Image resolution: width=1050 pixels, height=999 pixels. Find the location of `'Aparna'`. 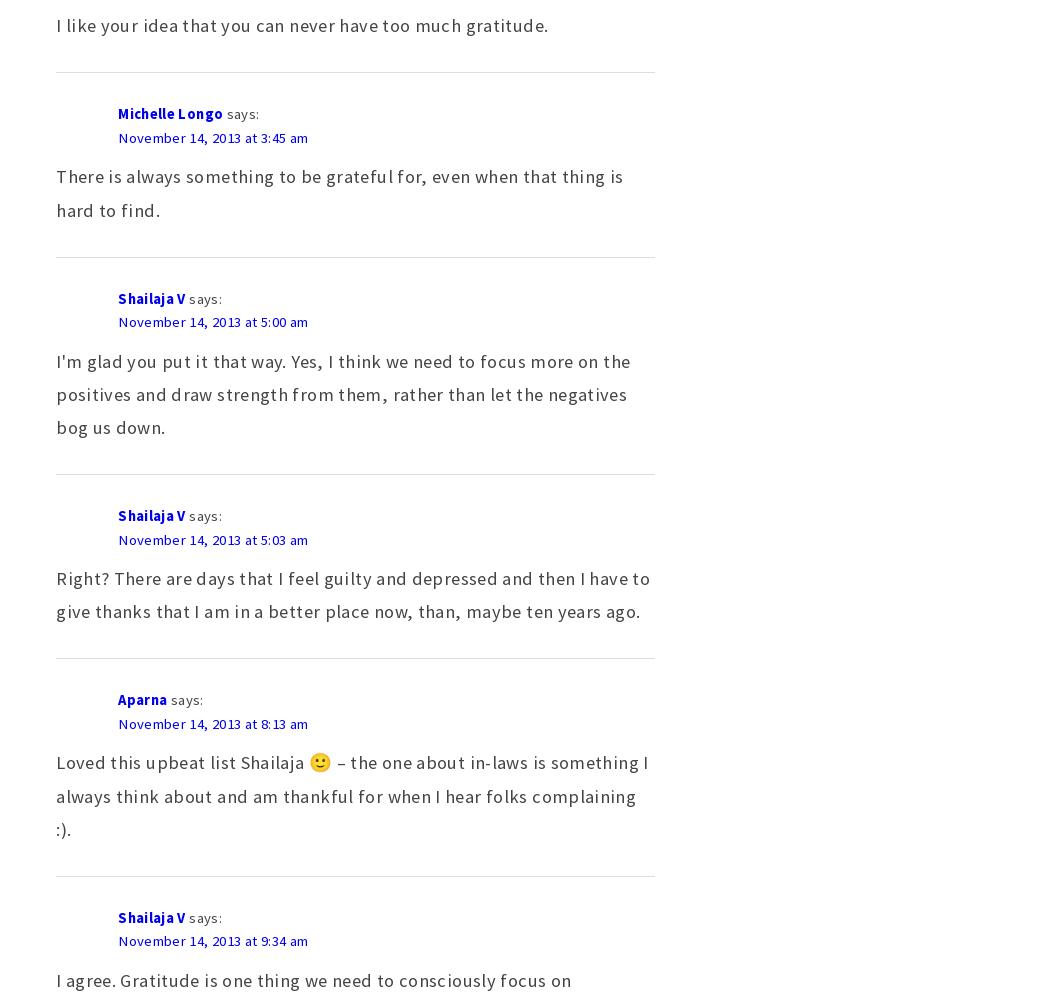

'Aparna' is located at coordinates (141, 699).